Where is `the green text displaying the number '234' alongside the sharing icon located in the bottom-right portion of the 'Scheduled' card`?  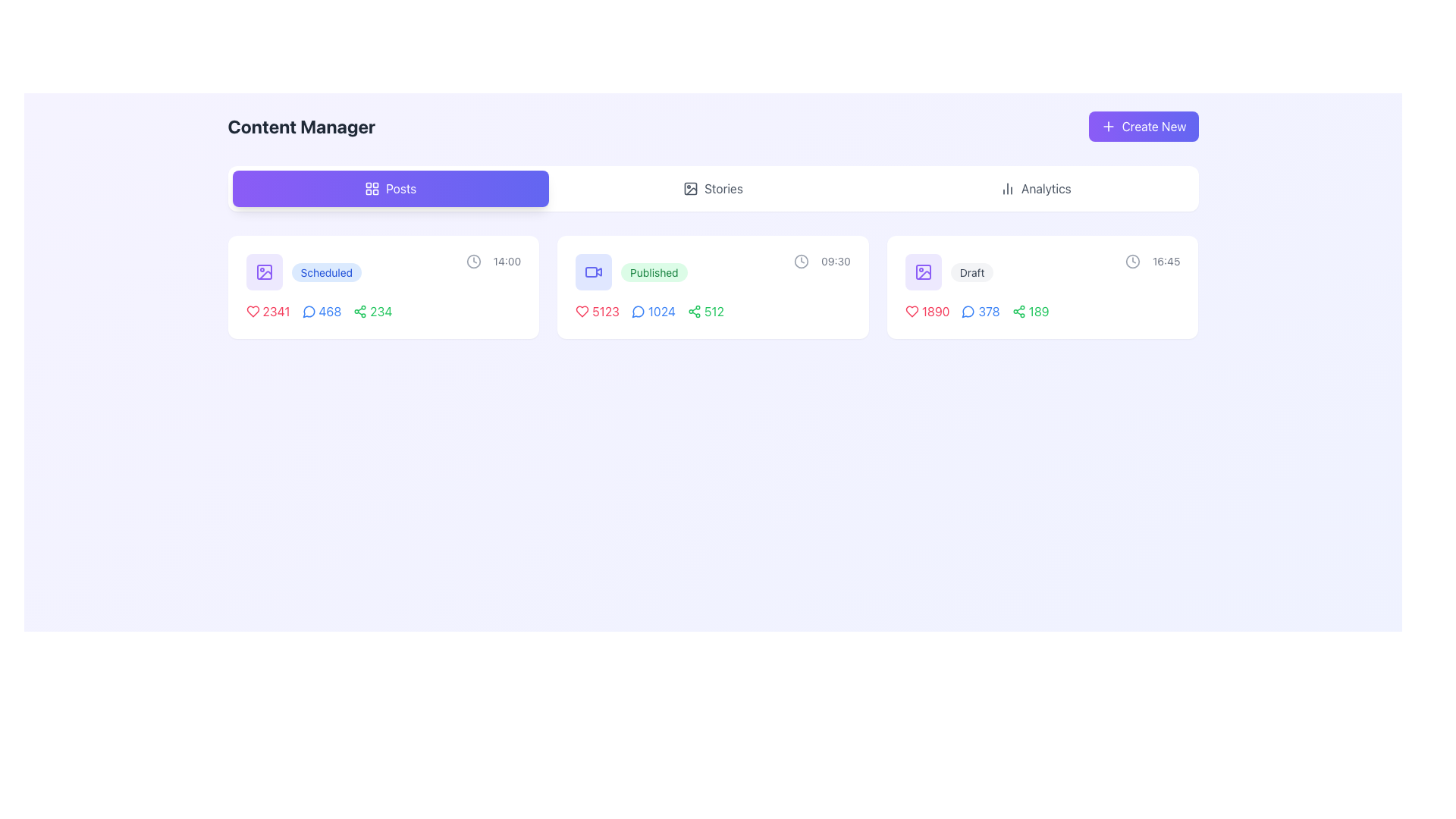
the green text displaying the number '234' alongside the sharing icon located in the bottom-right portion of the 'Scheduled' card is located at coordinates (372, 311).